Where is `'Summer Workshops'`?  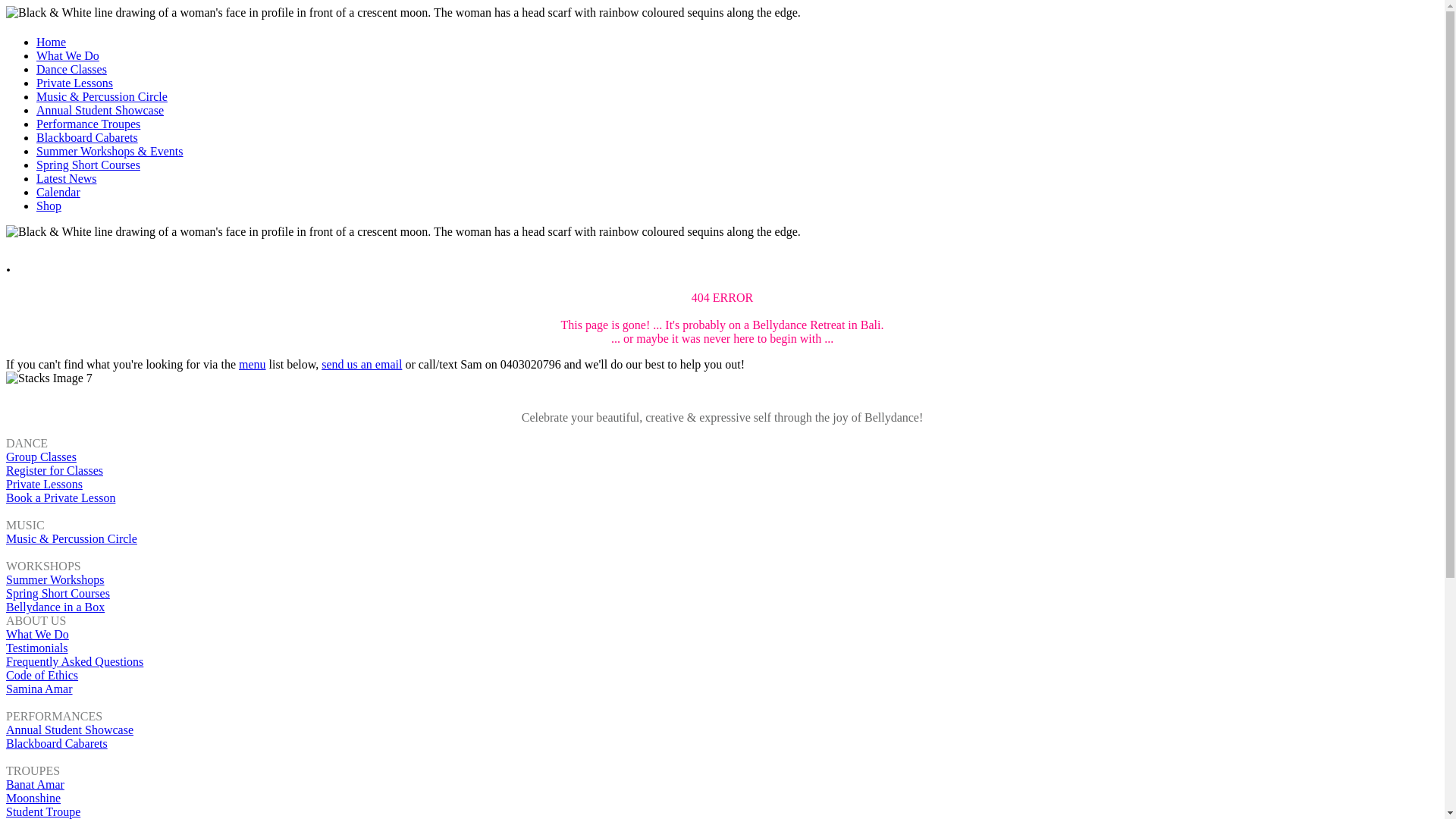 'Summer Workshops' is located at coordinates (6, 579).